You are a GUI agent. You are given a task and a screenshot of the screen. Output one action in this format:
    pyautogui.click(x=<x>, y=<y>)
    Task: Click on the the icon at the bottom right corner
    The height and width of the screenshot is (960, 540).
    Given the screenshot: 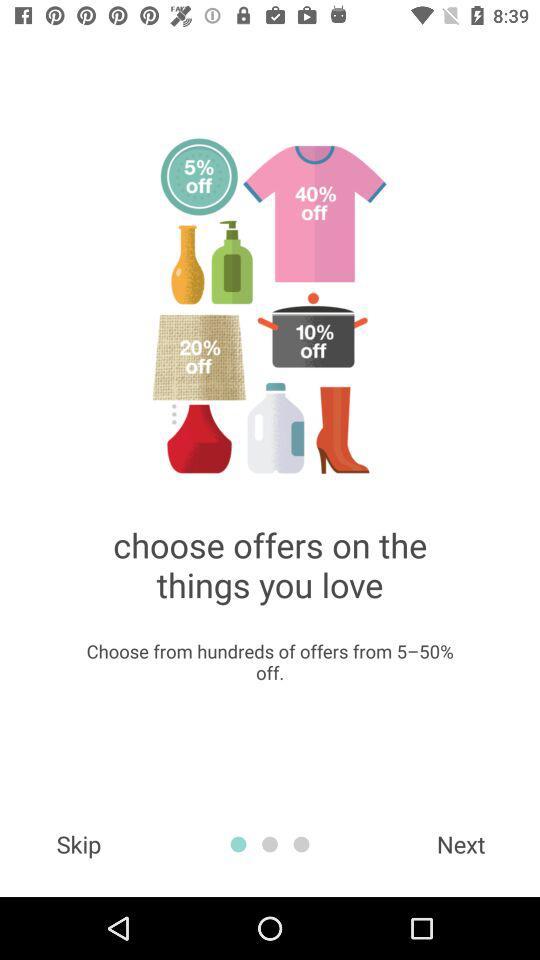 What is the action you would take?
    pyautogui.click(x=461, y=843)
    